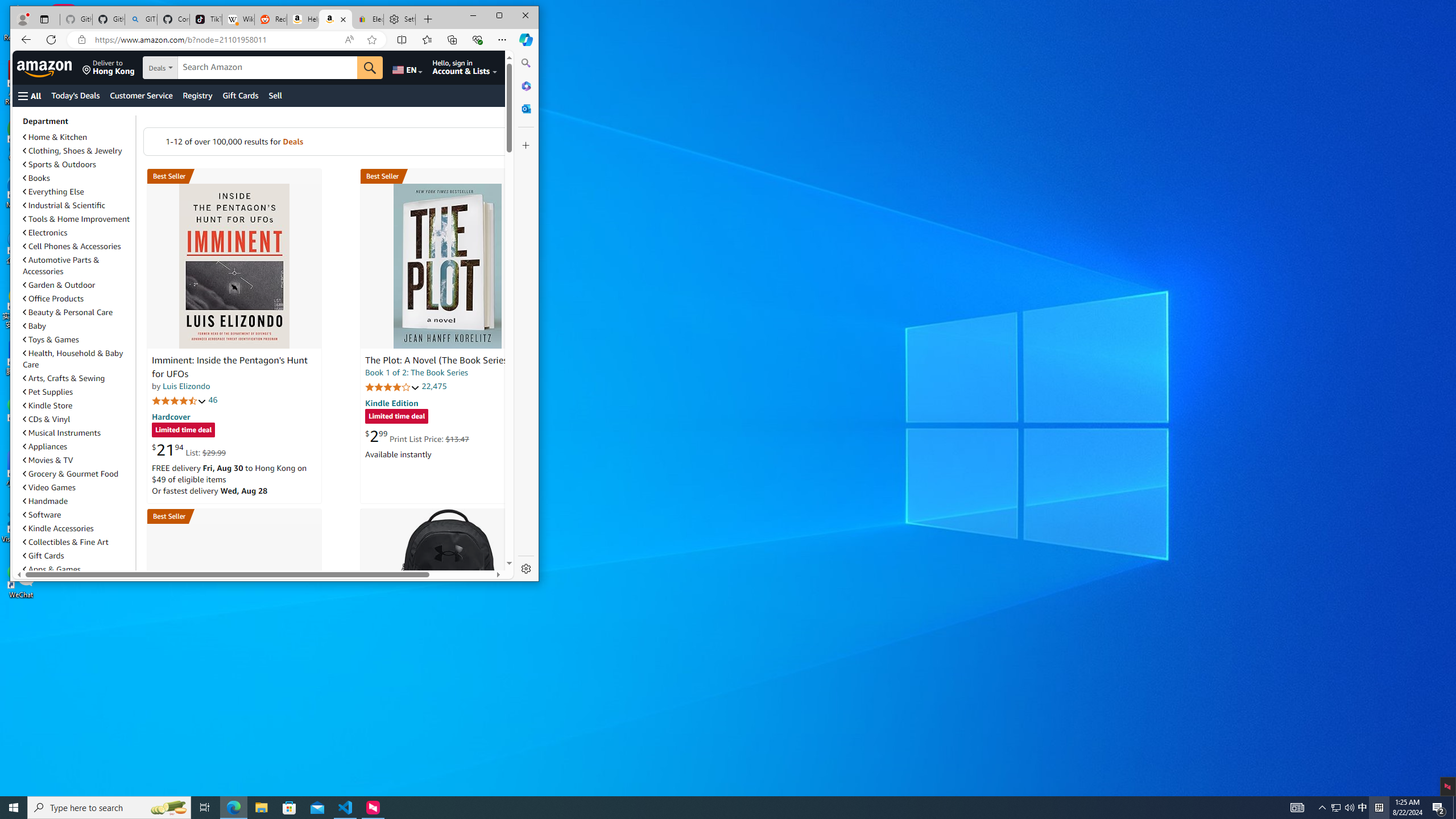  What do you see at coordinates (289, 806) in the screenshot?
I see `'Microsoft Store'` at bounding box center [289, 806].